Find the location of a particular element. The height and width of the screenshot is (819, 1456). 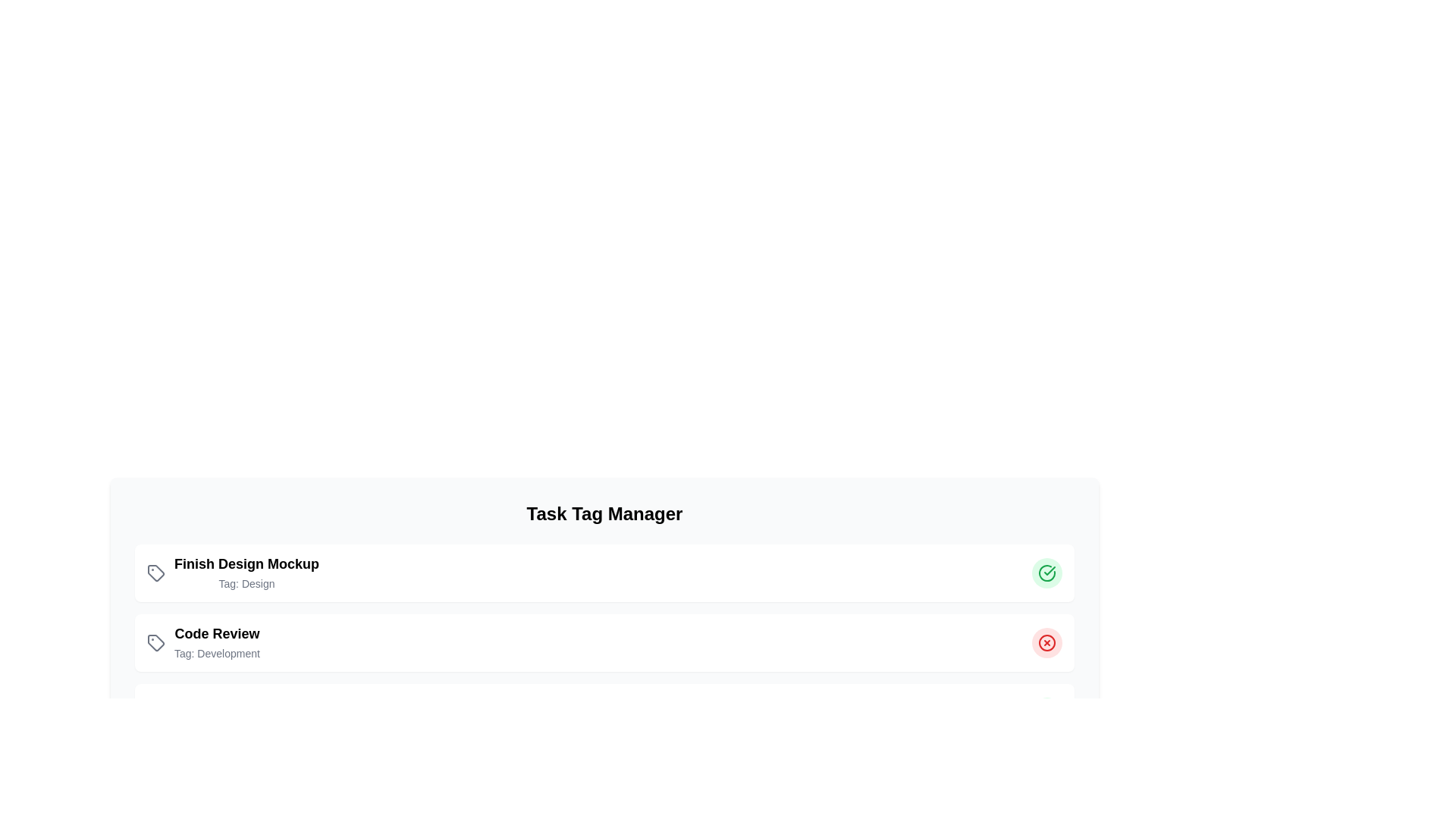

the 'Code Review' text label, which serves as a title in the task management system, located in the second row of the list above 'Tag: Development' is located at coordinates (216, 634).